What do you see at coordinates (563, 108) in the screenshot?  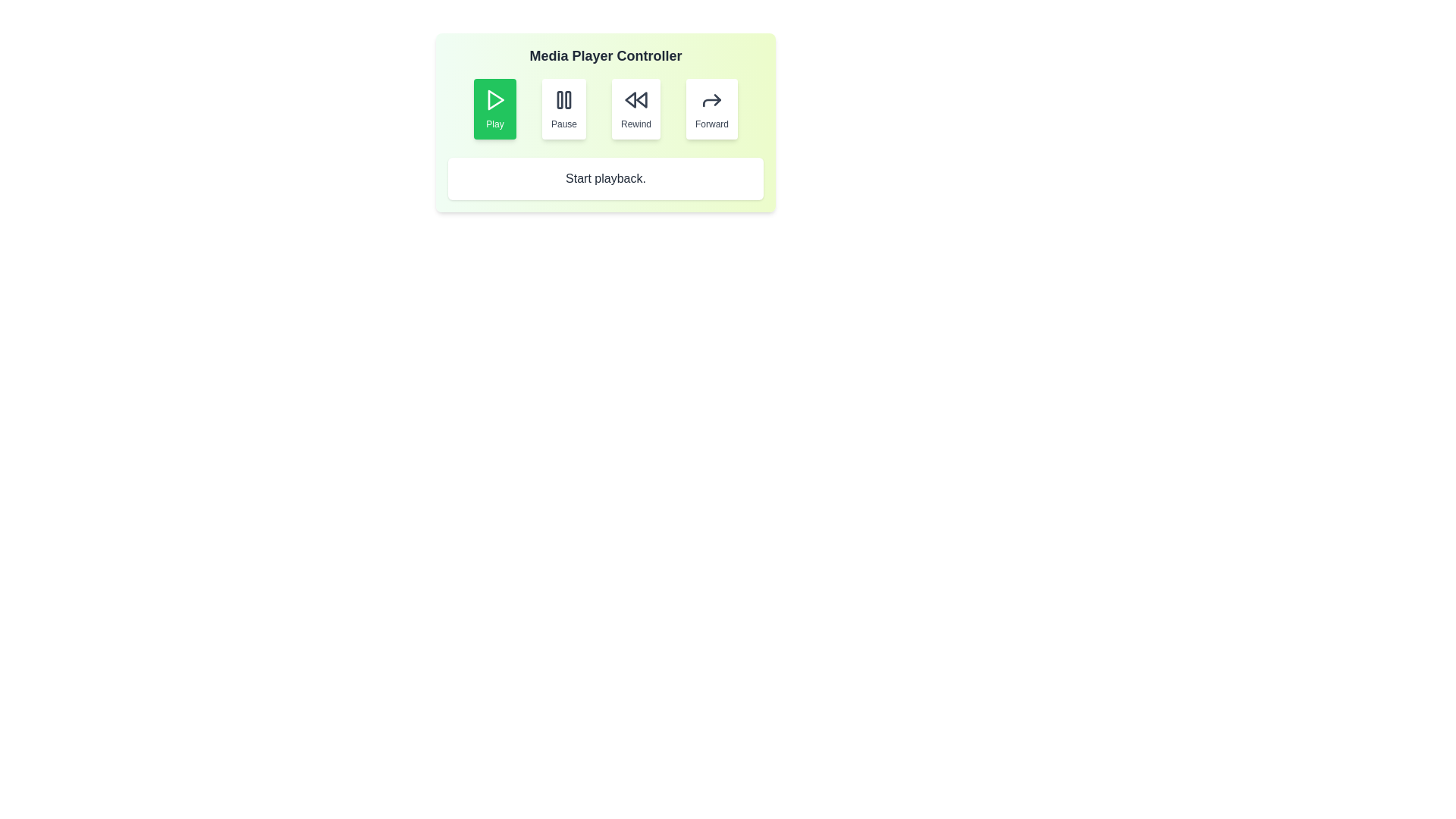 I see `the Pause button to perform the corresponding playback action` at bounding box center [563, 108].